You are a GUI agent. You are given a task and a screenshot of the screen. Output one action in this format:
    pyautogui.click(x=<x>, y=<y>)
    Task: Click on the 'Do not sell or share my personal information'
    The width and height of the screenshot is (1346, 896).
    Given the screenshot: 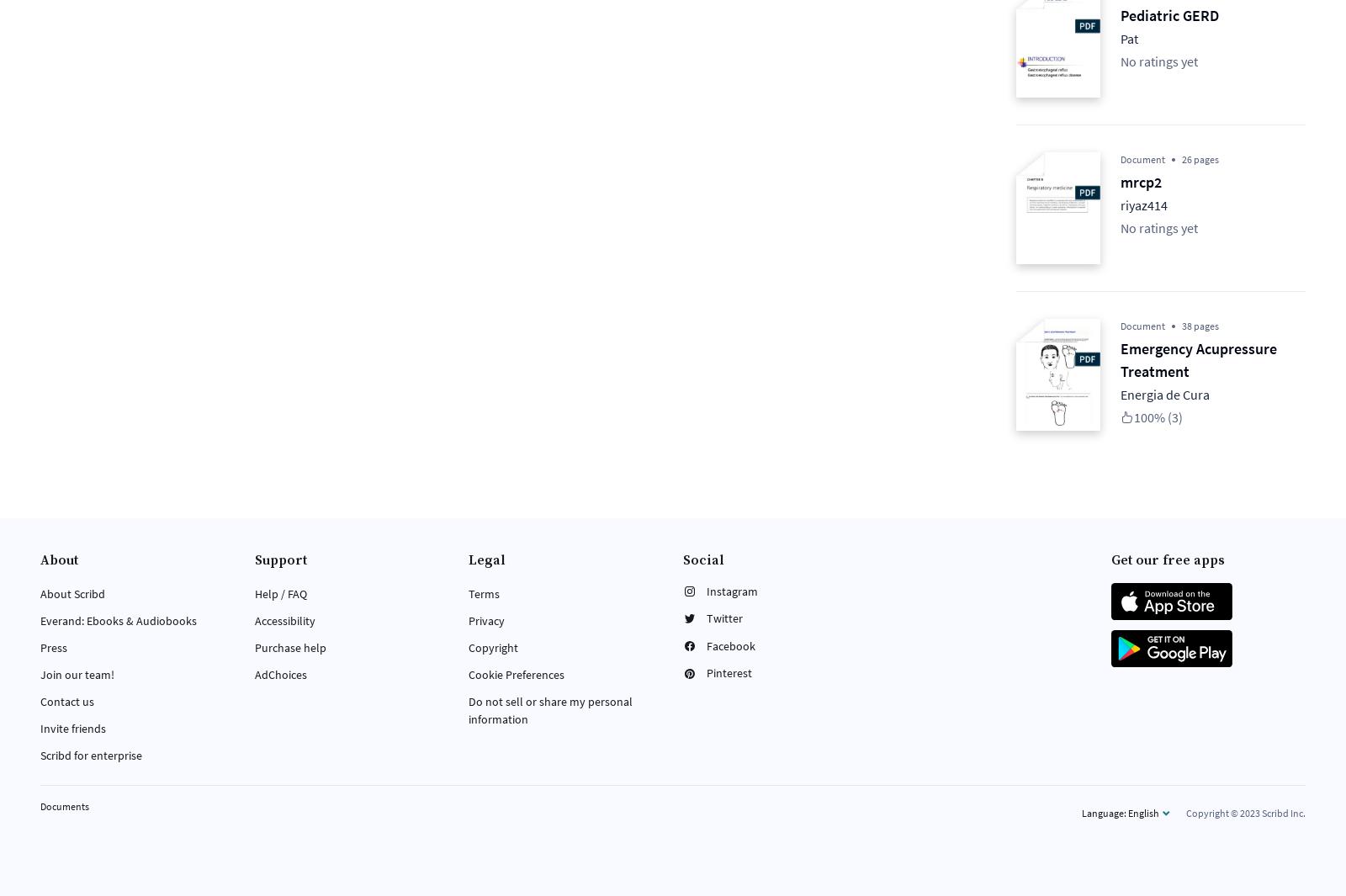 What is the action you would take?
    pyautogui.click(x=550, y=709)
    